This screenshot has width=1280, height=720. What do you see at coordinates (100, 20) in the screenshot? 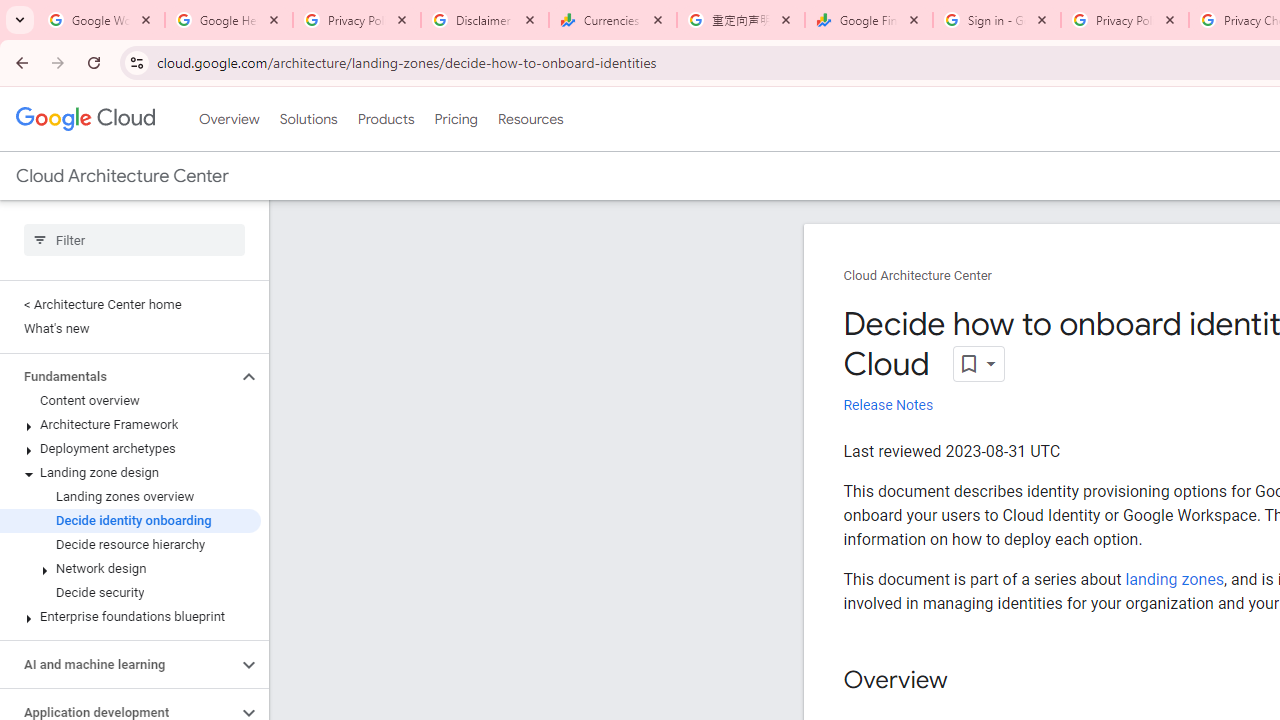
I see `'Google Workspace Admin Community'` at bounding box center [100, 20].